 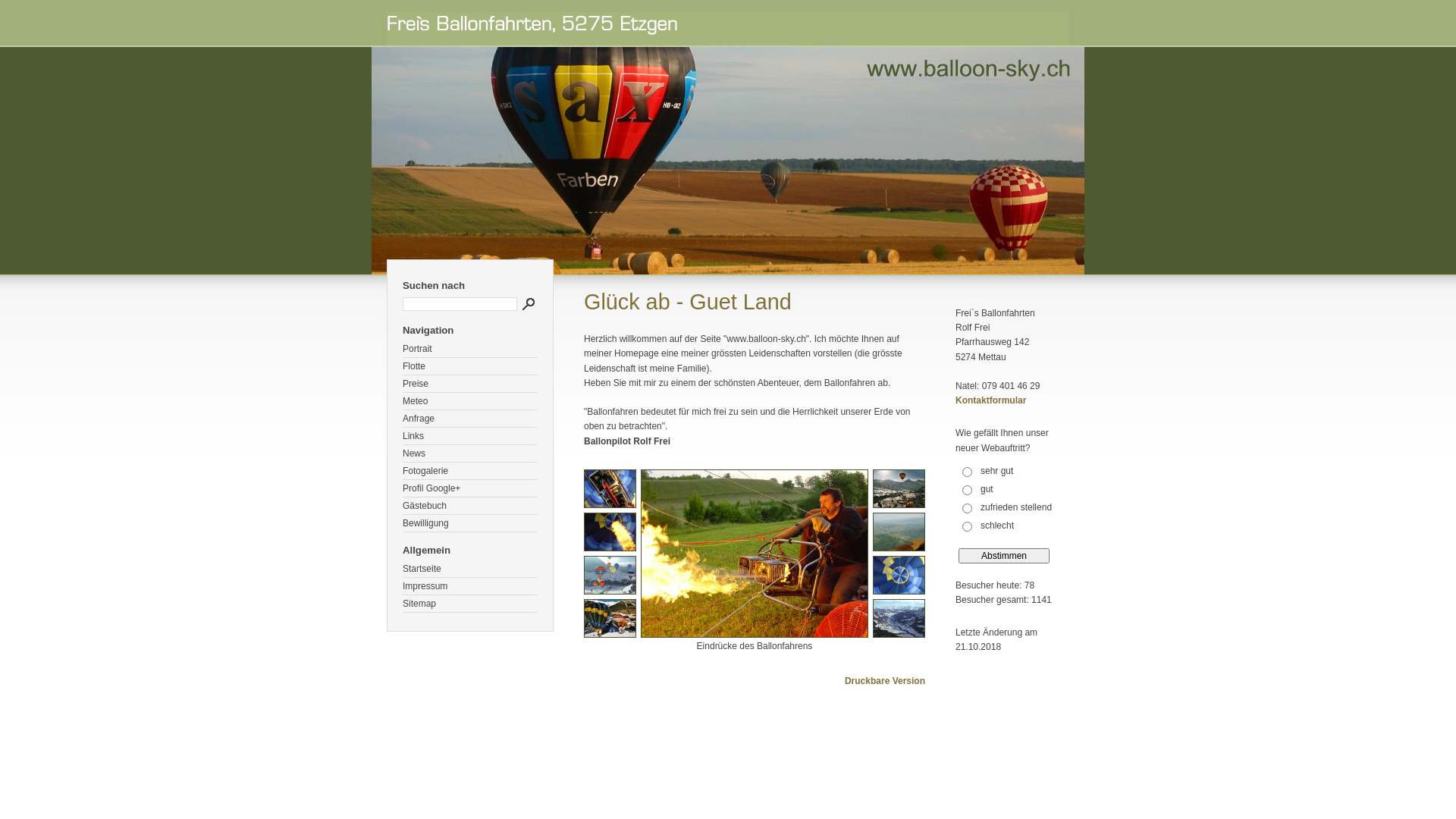 I want to click on 'Sitemap', so click(x=469, y=603).